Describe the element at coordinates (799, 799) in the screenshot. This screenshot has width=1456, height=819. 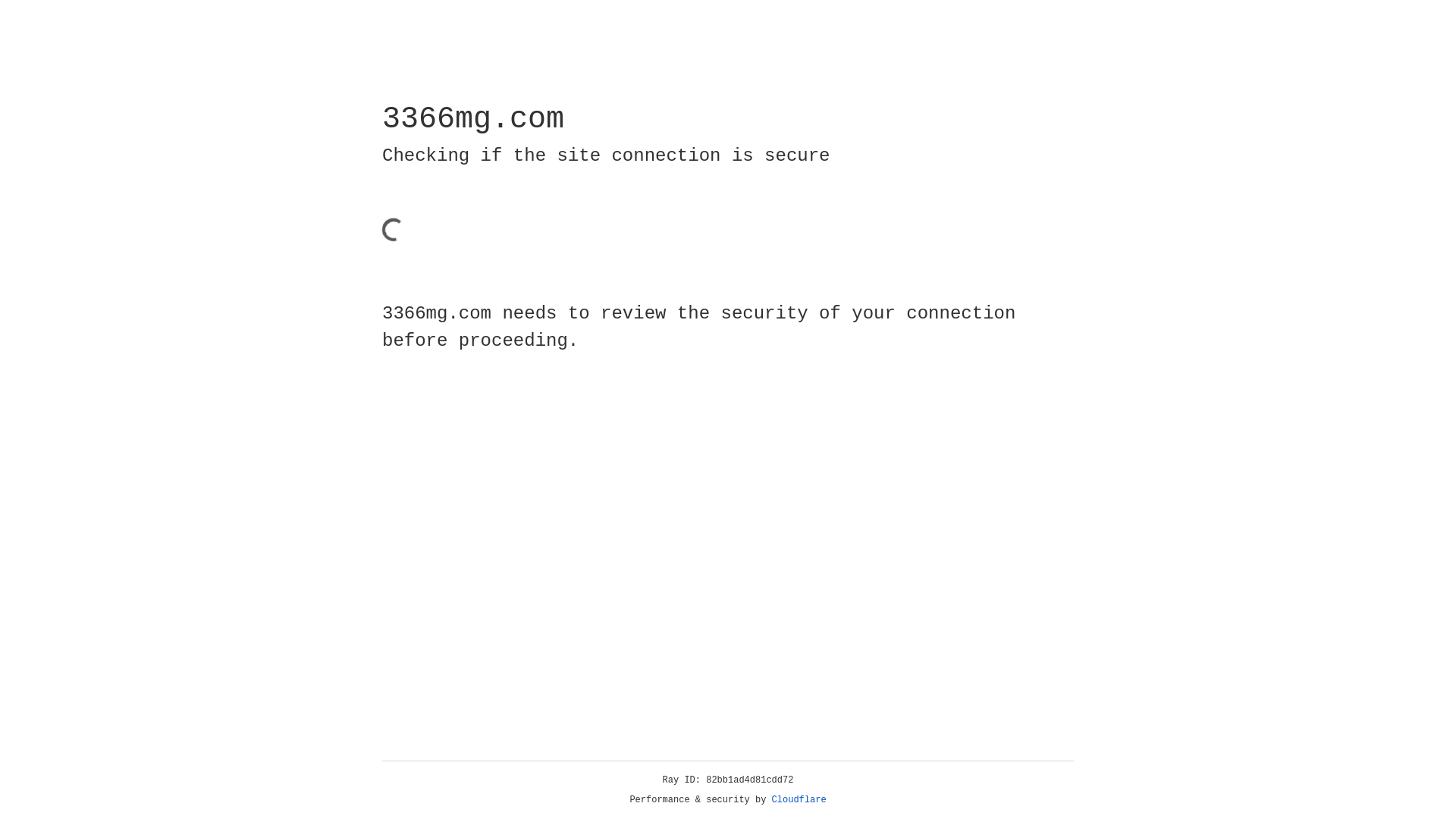
I see `'Cloudflare'` at that location.